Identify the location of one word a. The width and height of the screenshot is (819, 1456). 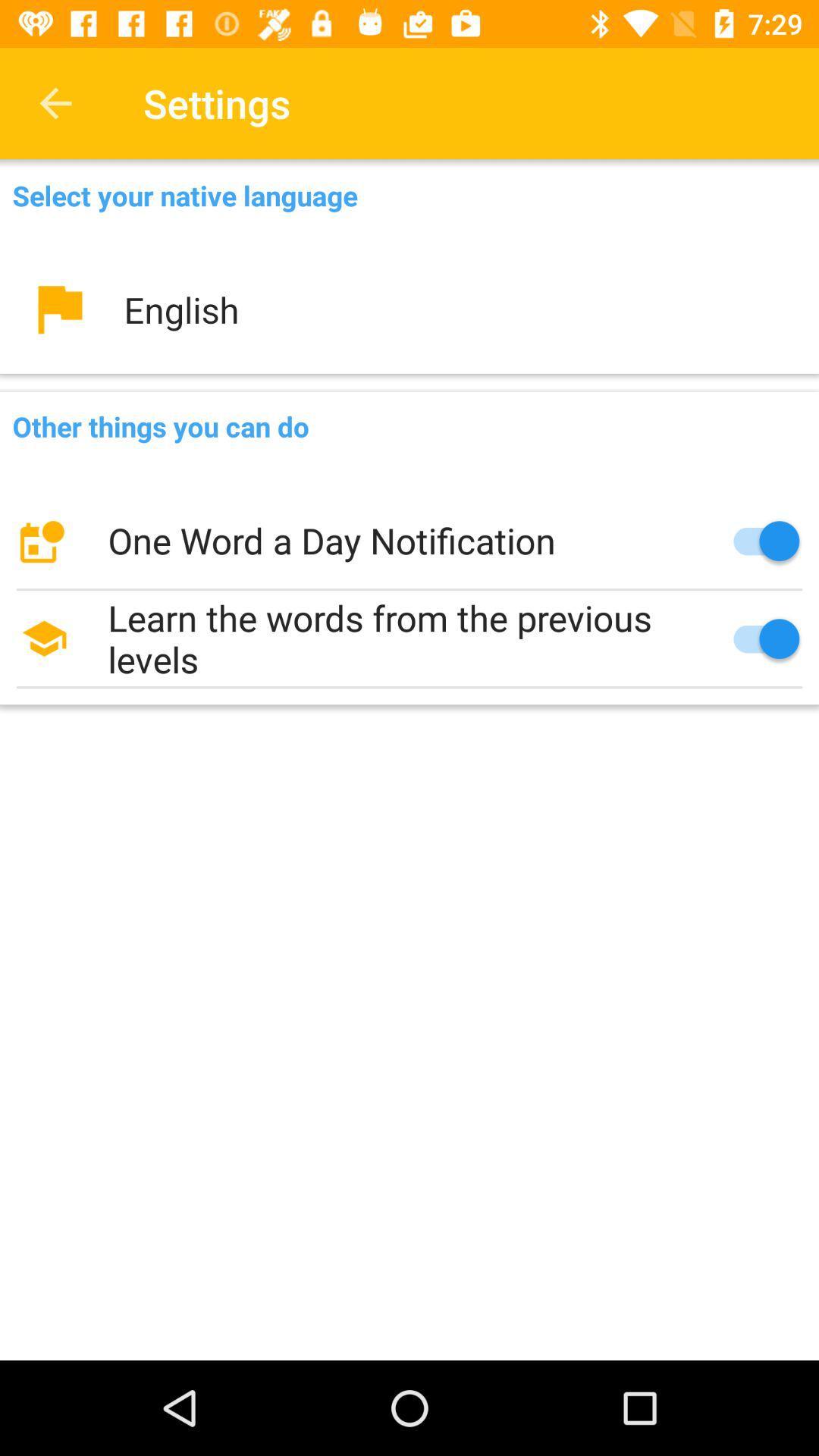
(409, 541).